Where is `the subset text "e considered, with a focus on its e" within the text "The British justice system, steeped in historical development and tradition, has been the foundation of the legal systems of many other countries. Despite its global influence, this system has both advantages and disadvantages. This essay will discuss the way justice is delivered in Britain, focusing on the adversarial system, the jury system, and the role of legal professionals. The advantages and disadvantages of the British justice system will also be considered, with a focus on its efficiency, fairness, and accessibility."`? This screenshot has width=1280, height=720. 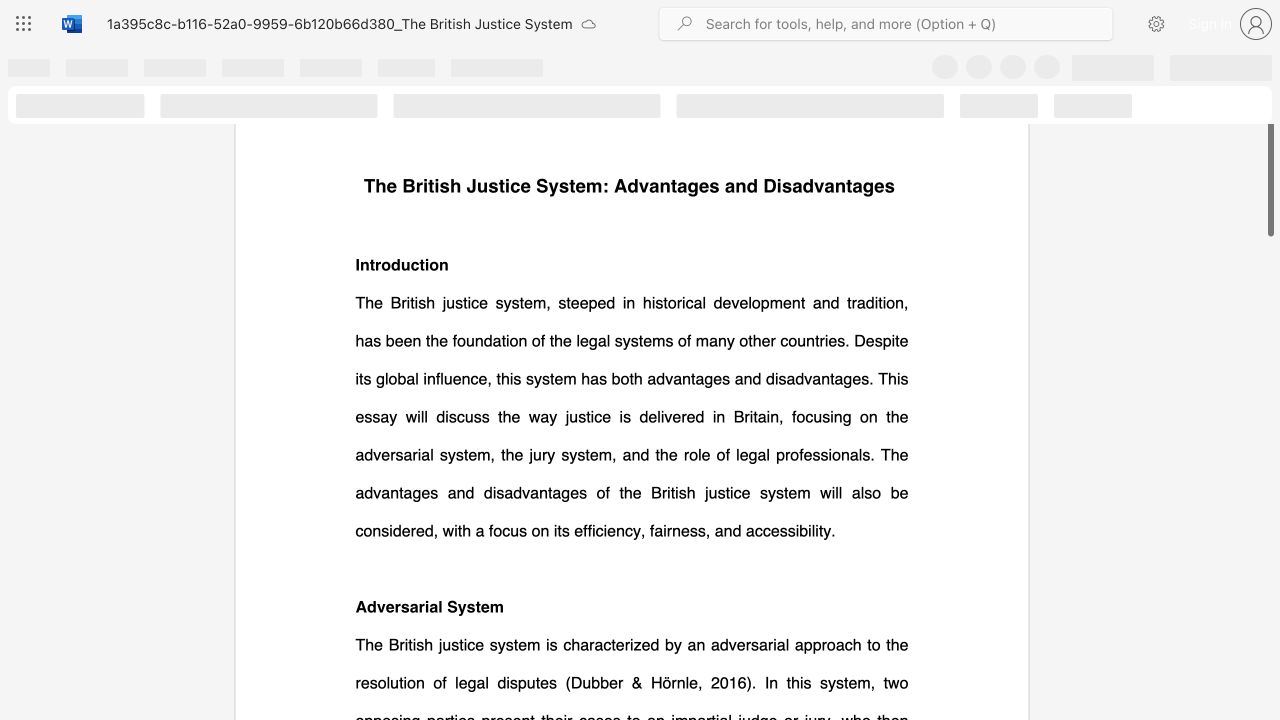
the subset text "e considered, with a focus on its e" within the text "The British justice system, steeped in historical development and tradition, has been the foundation of the legal systems of many other countries. Despite its global influence, this system has both advantages and disadvantages. This essay will discuss the way justice is delivered in Britain, focusing on the adversarial system, the jury system, and the role of legal professionals. The advantages and disadvantages of the British justice system will also be considered, with a focus on its efficiency, fairness, and accessibility." is located at coordinates (898, 492).